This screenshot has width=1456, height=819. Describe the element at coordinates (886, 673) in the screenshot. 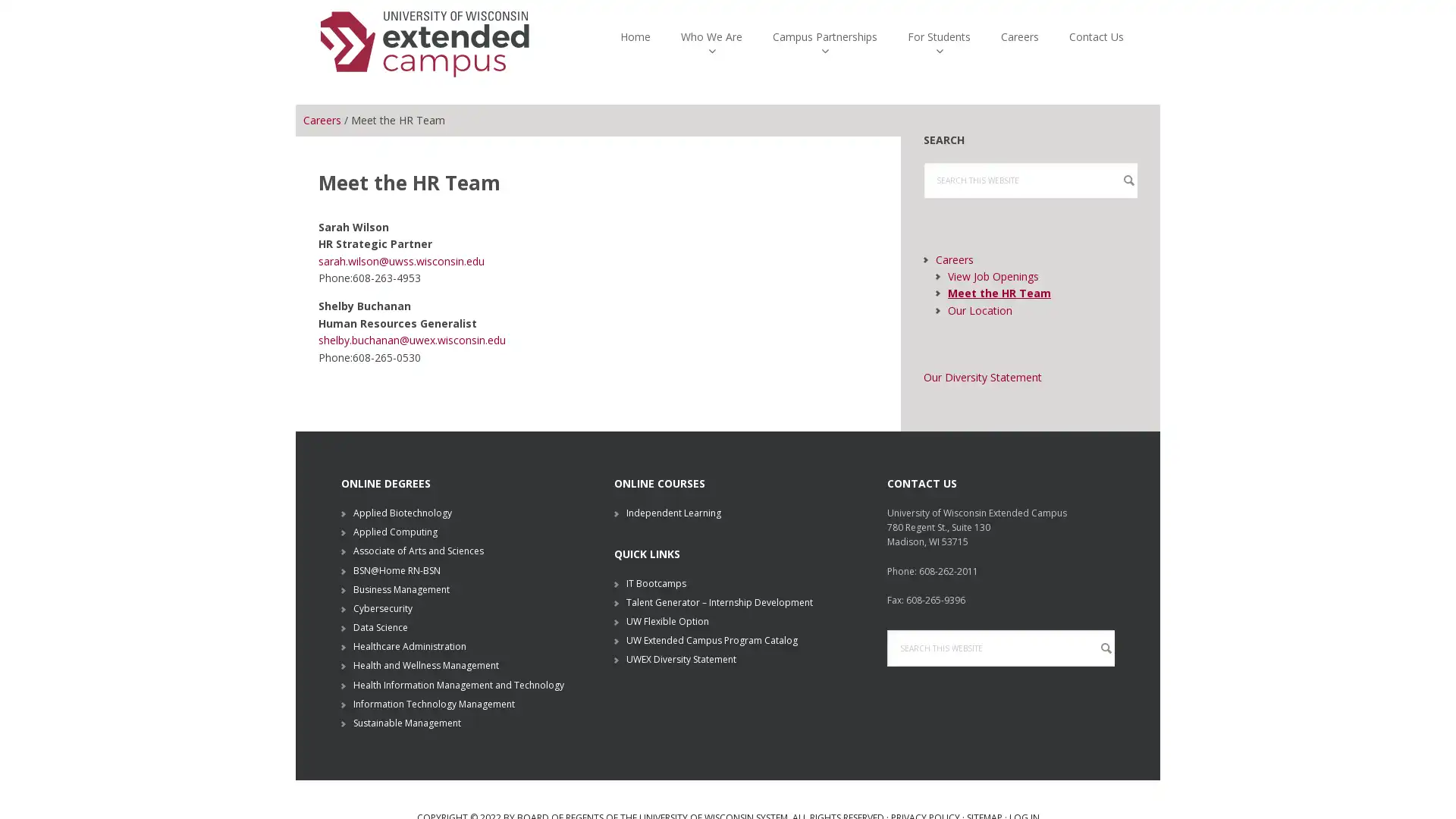

I see `Search` at that location.